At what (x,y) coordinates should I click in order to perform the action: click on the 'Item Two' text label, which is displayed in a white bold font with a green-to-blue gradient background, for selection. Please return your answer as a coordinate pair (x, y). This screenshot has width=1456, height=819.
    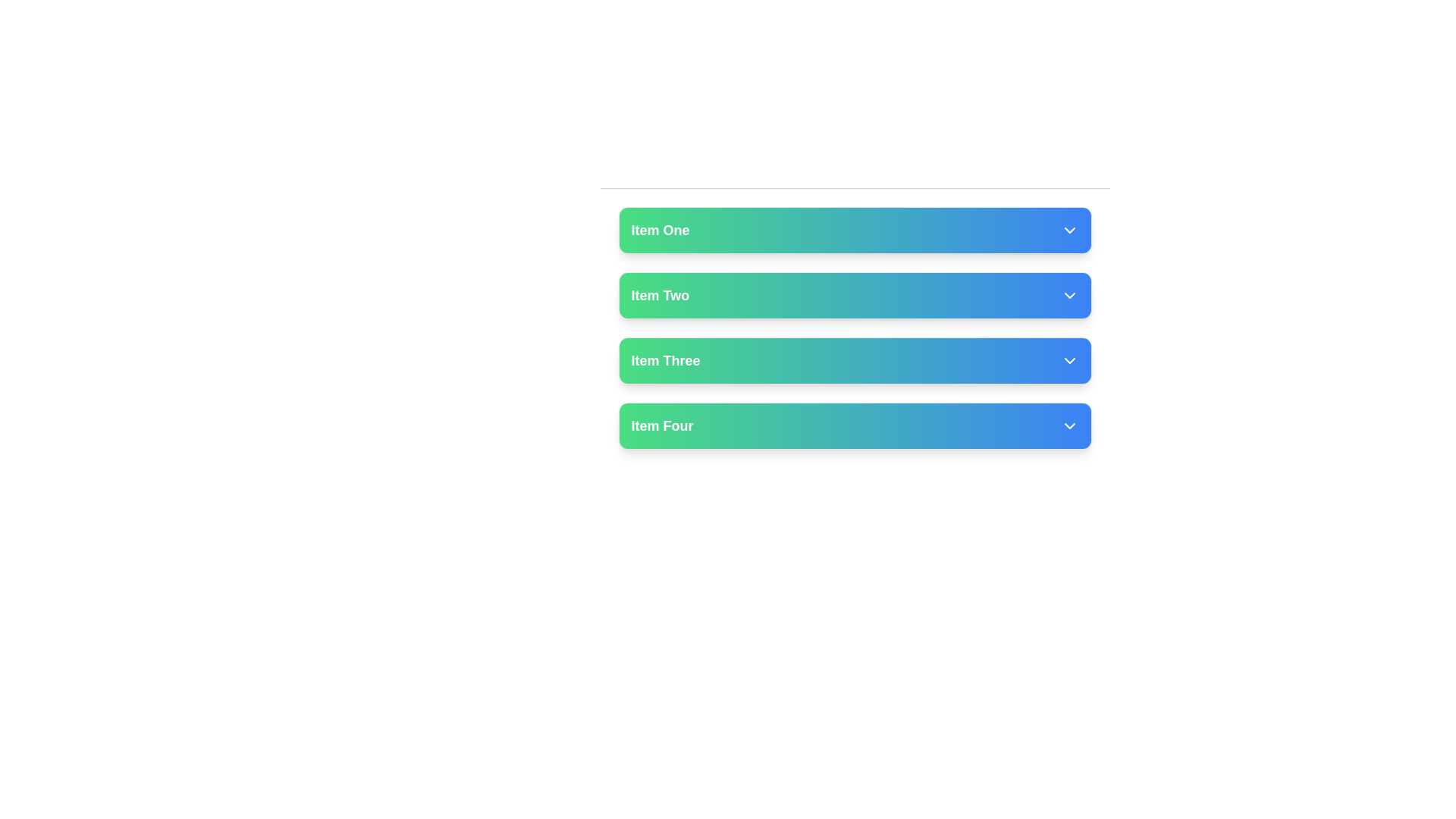
    Looking at the image, I should click on (660, 295).